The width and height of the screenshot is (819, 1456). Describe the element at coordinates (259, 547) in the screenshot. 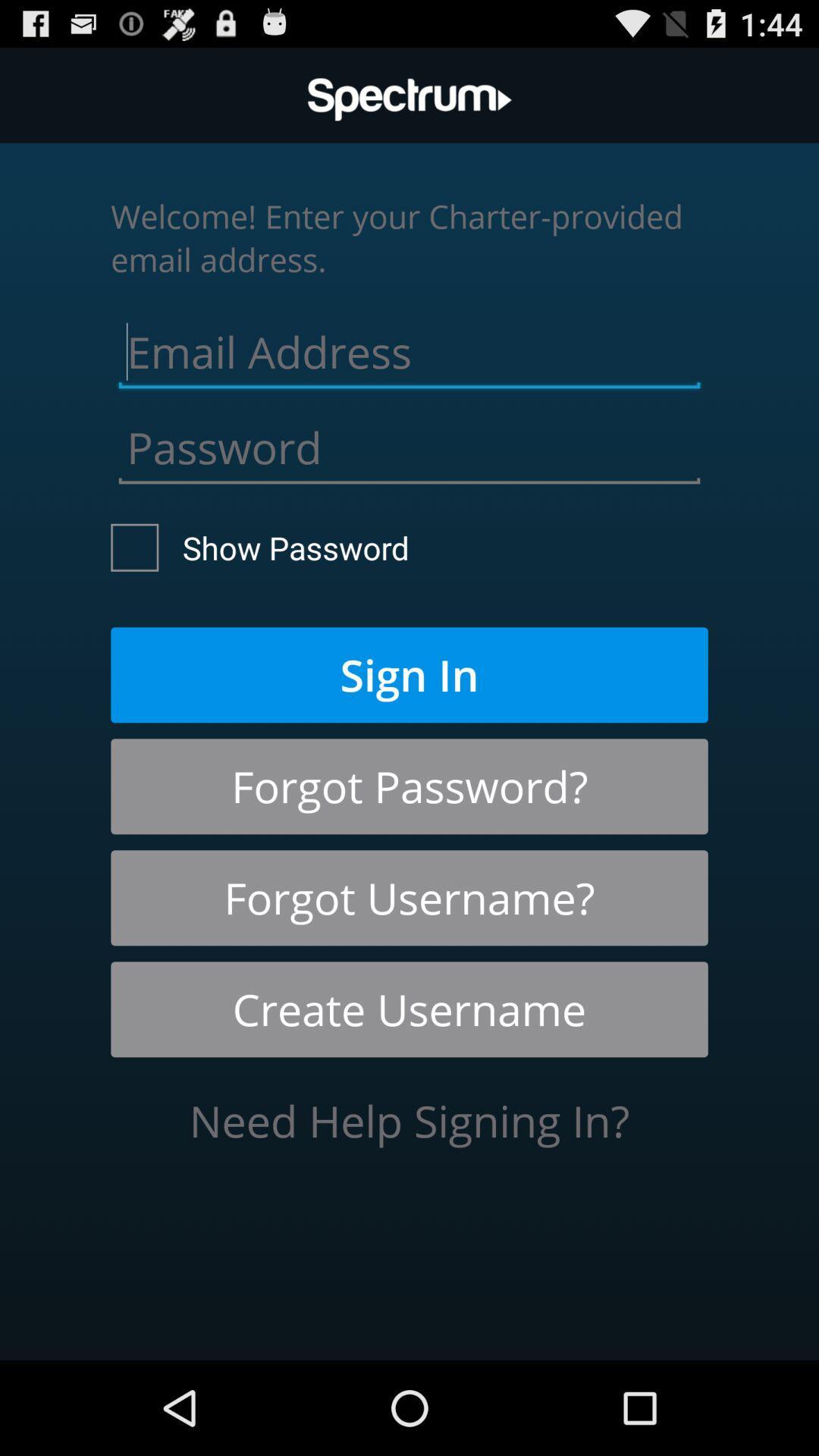

I see `the show password icon` at that location.